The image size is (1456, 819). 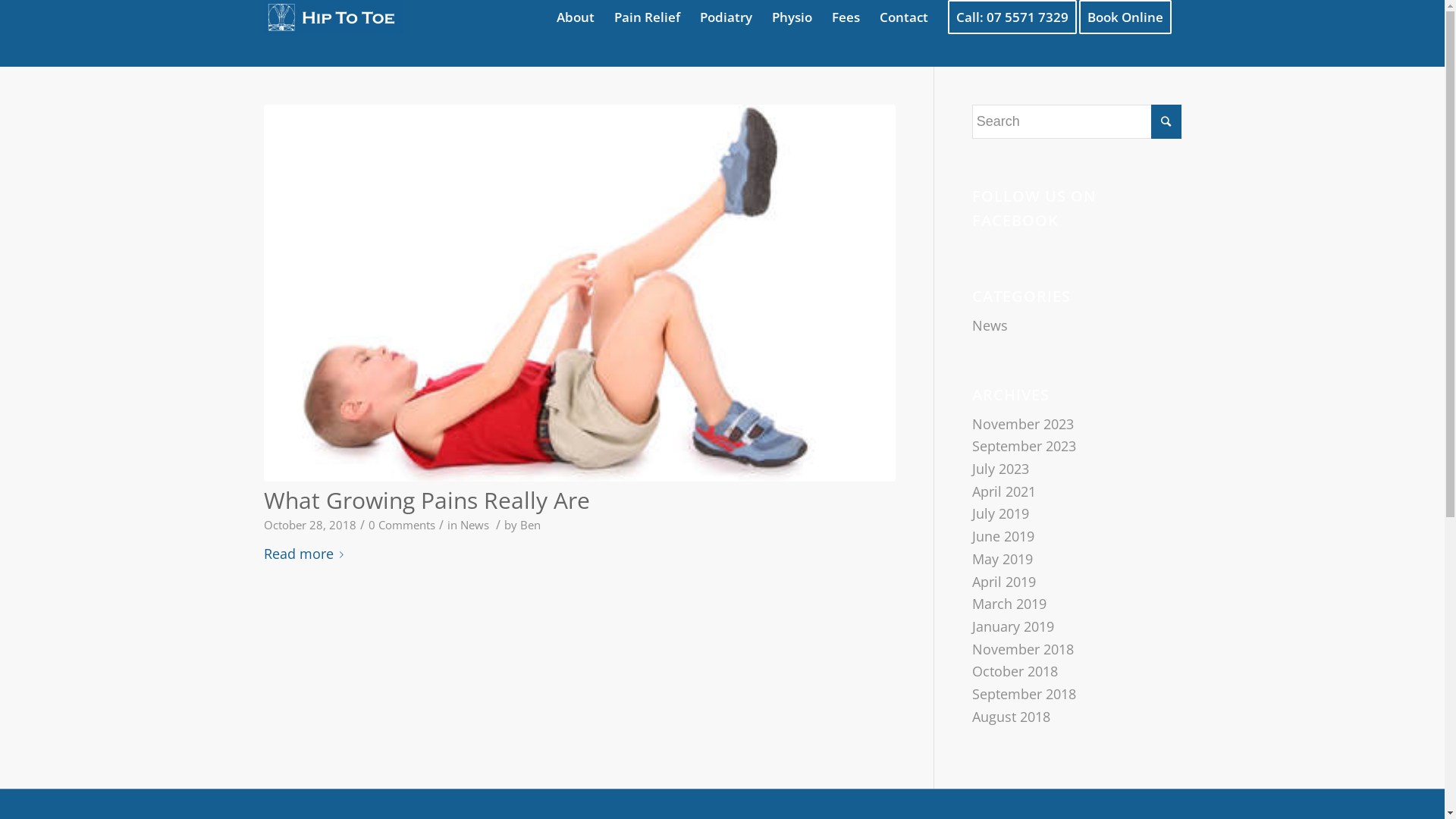 I want to click on 'September 2023', so click(x=1024, y=444).